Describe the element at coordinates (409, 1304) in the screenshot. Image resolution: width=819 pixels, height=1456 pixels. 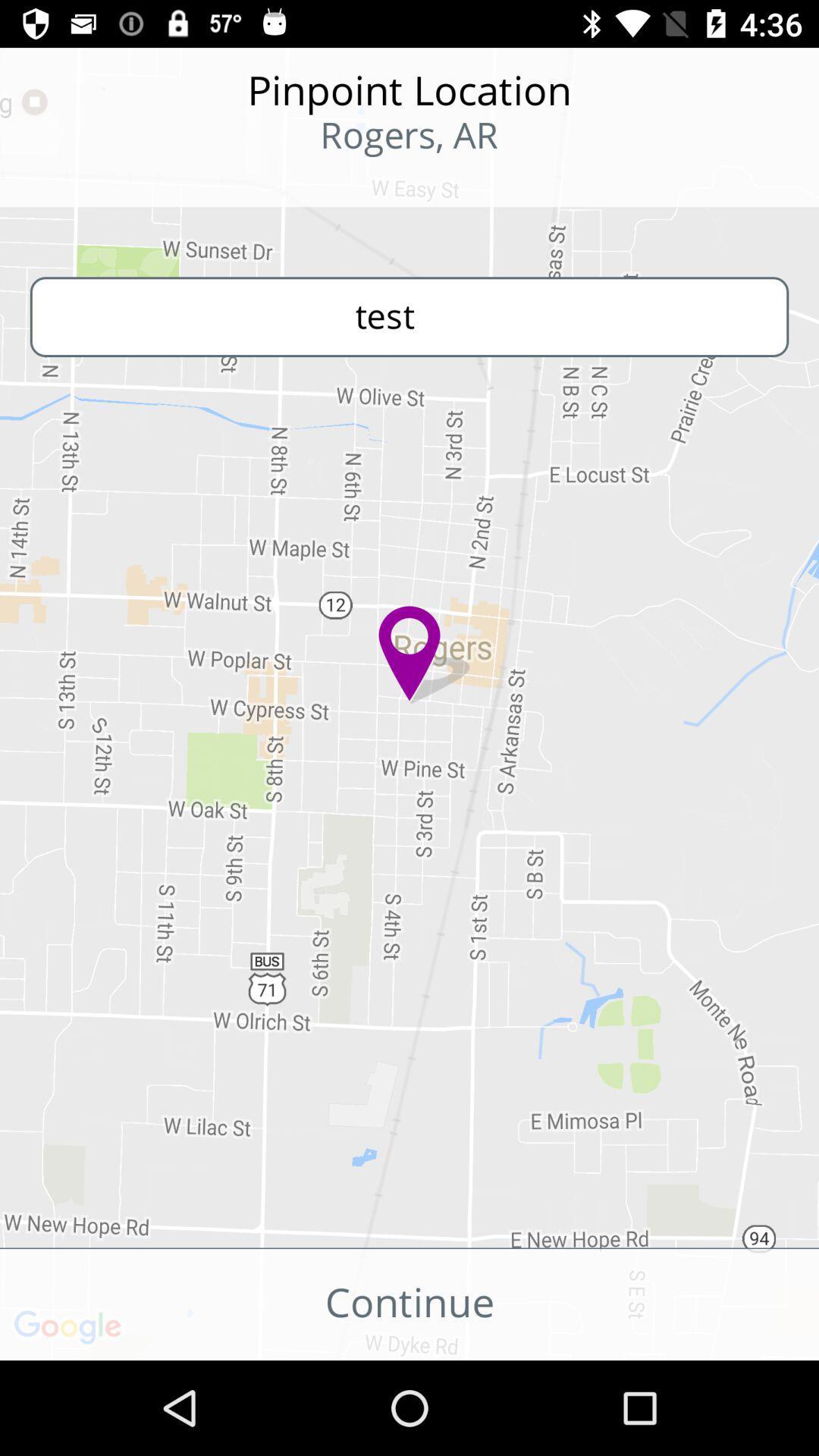
I see `continue` at that location.